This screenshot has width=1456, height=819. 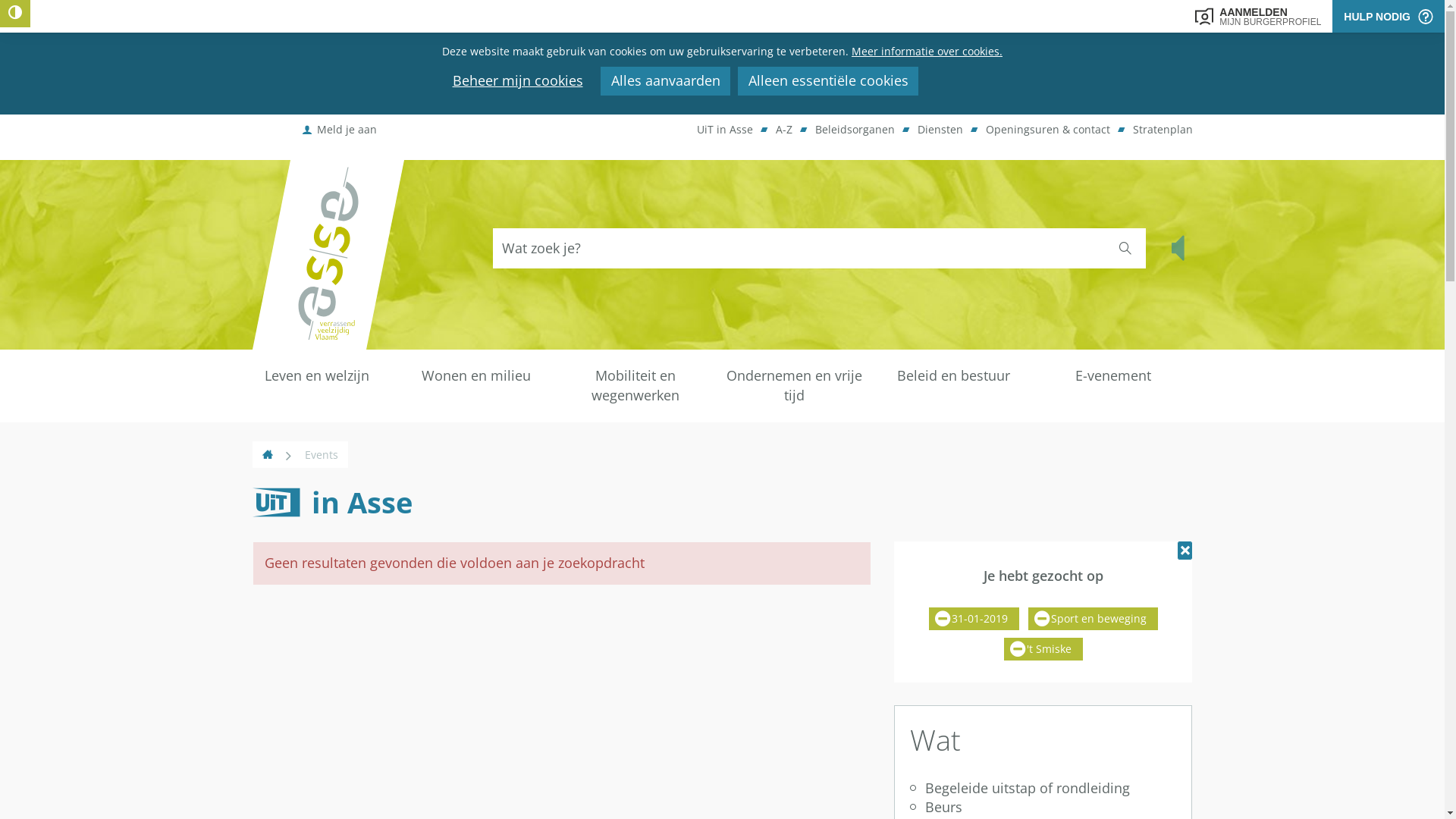 What do you see at coordinates (974, 619) in the screenshot?
I see `'31-01-2019'` at bounding box center [974, 619].